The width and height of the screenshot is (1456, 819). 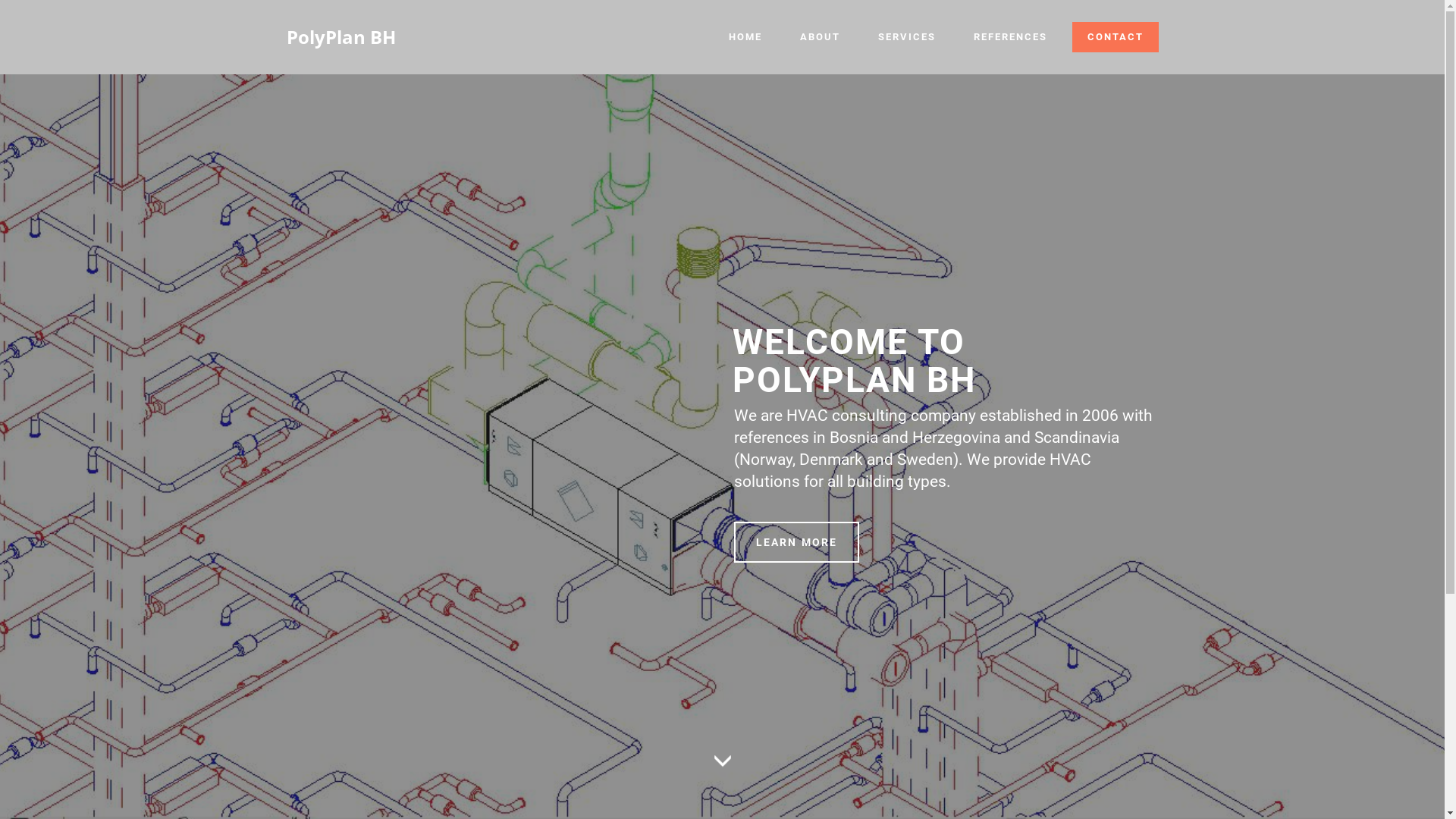 What do you see at coordinates (734, 541) in the screenshot?
I see `'LEARN MORE'` at bounding box center [734, 541].